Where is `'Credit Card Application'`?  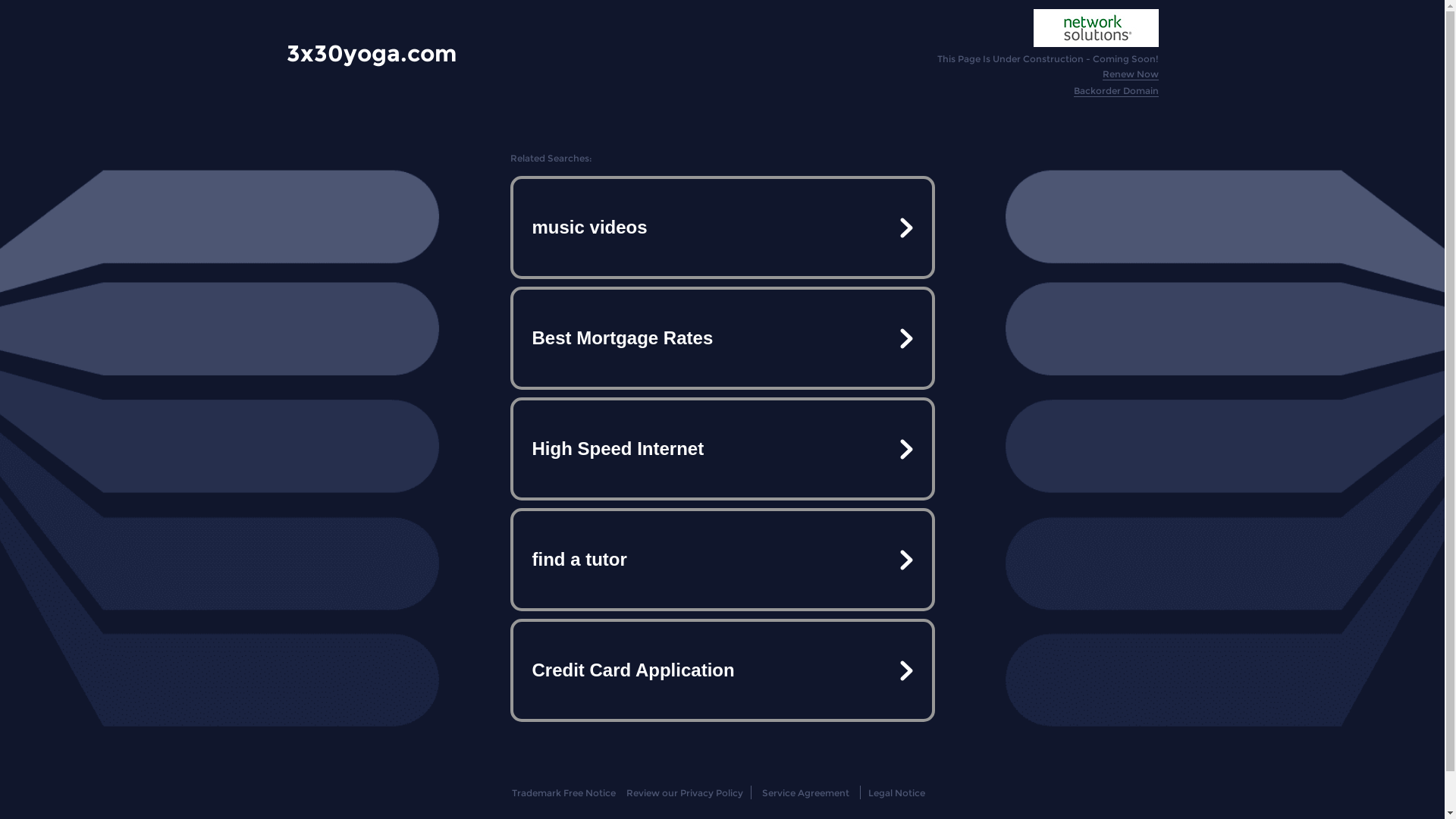 'Credit Card Application' is located at coordinates (720, 669).